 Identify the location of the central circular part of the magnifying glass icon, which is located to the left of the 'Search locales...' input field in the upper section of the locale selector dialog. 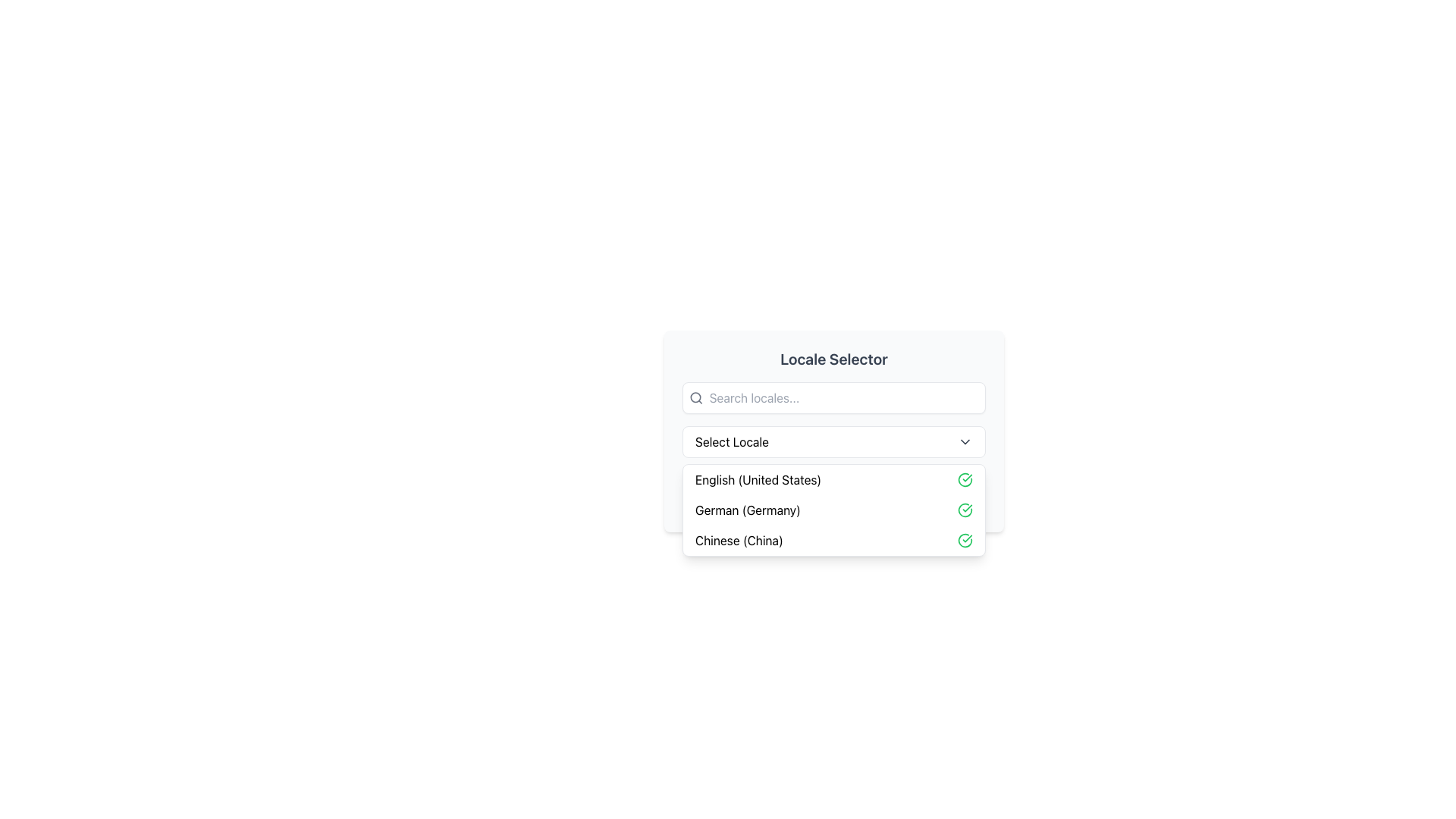
(695, 397).